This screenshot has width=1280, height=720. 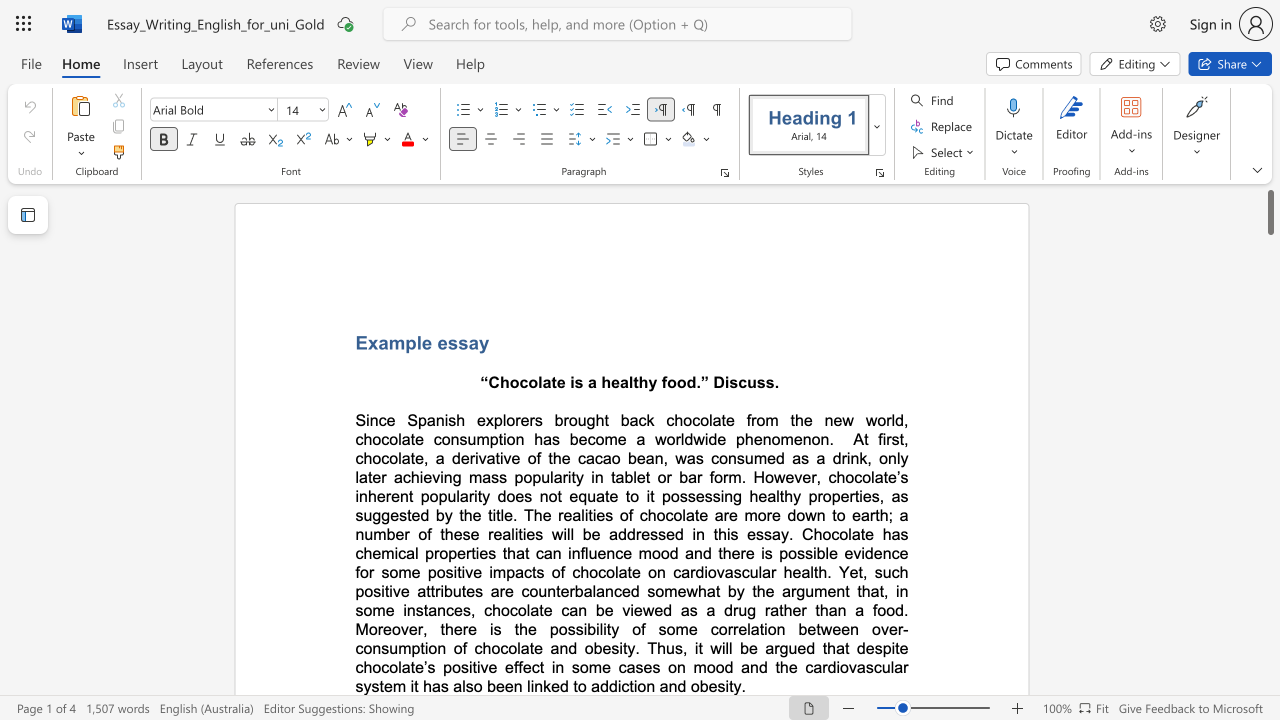 What do you see at coordinates (1269, 300) in the screenshot?
I see `the right-hand scrollbar to descend the page` at bounding box center [1269, 300].